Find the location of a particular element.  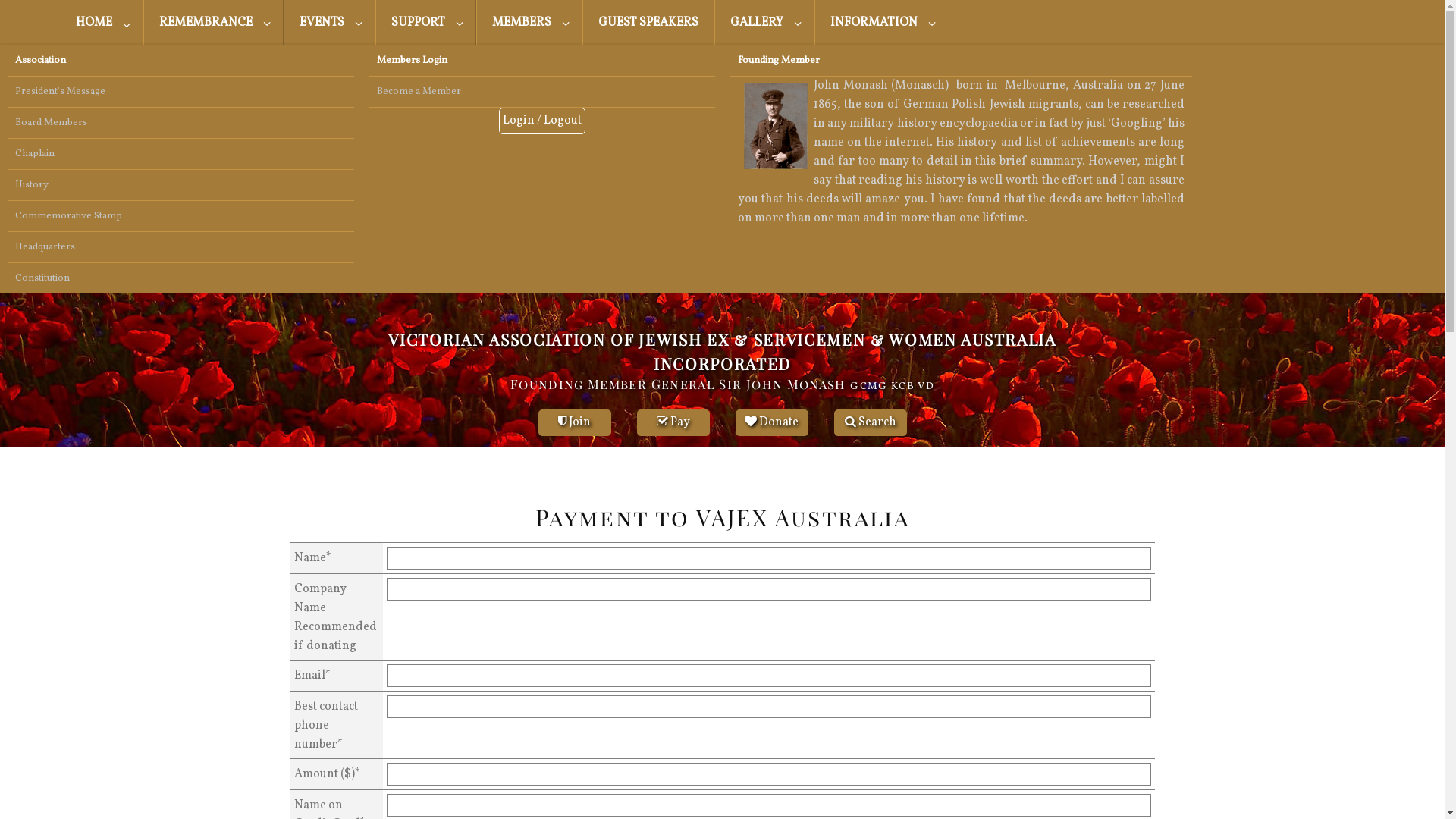

'Headquarters' is located at coordinates (180, 246).